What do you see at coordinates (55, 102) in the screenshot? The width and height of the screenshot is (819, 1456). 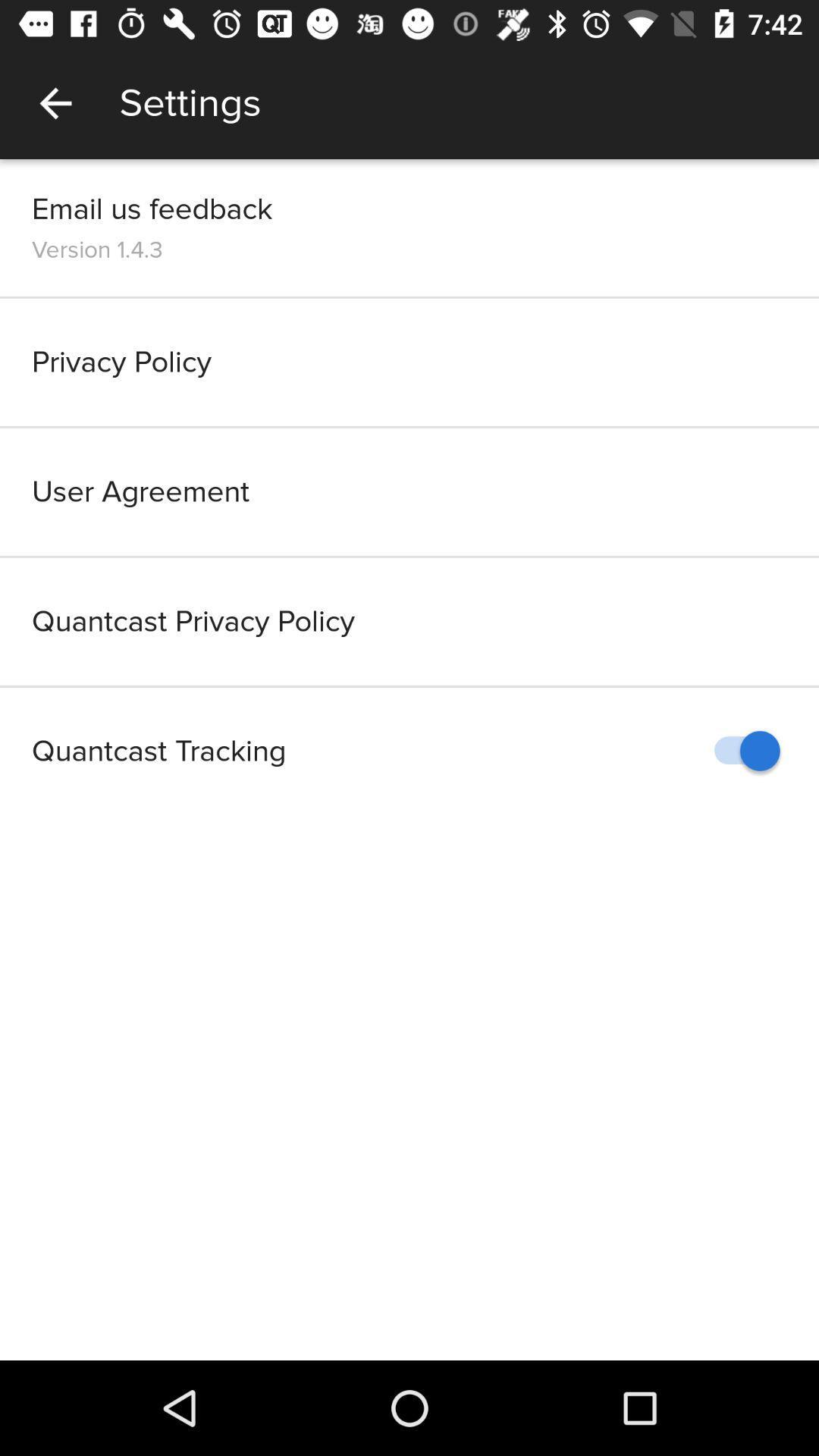 I see `the icon above email us feedback item` at bounding box center [55, 102].